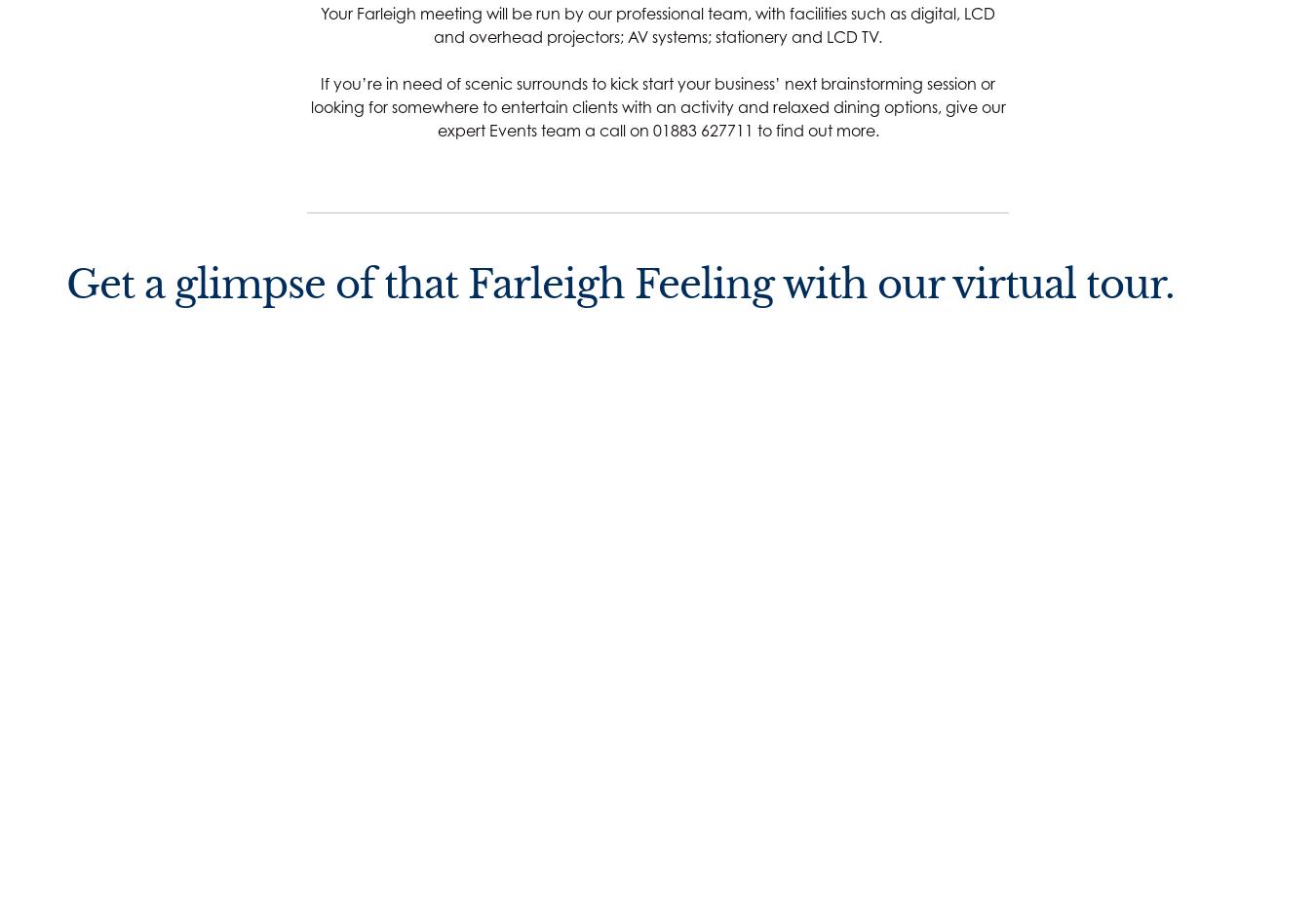  Describe the element at coordinates (375, 554) in the screenshot. I see `'Follow Us'` at that location.